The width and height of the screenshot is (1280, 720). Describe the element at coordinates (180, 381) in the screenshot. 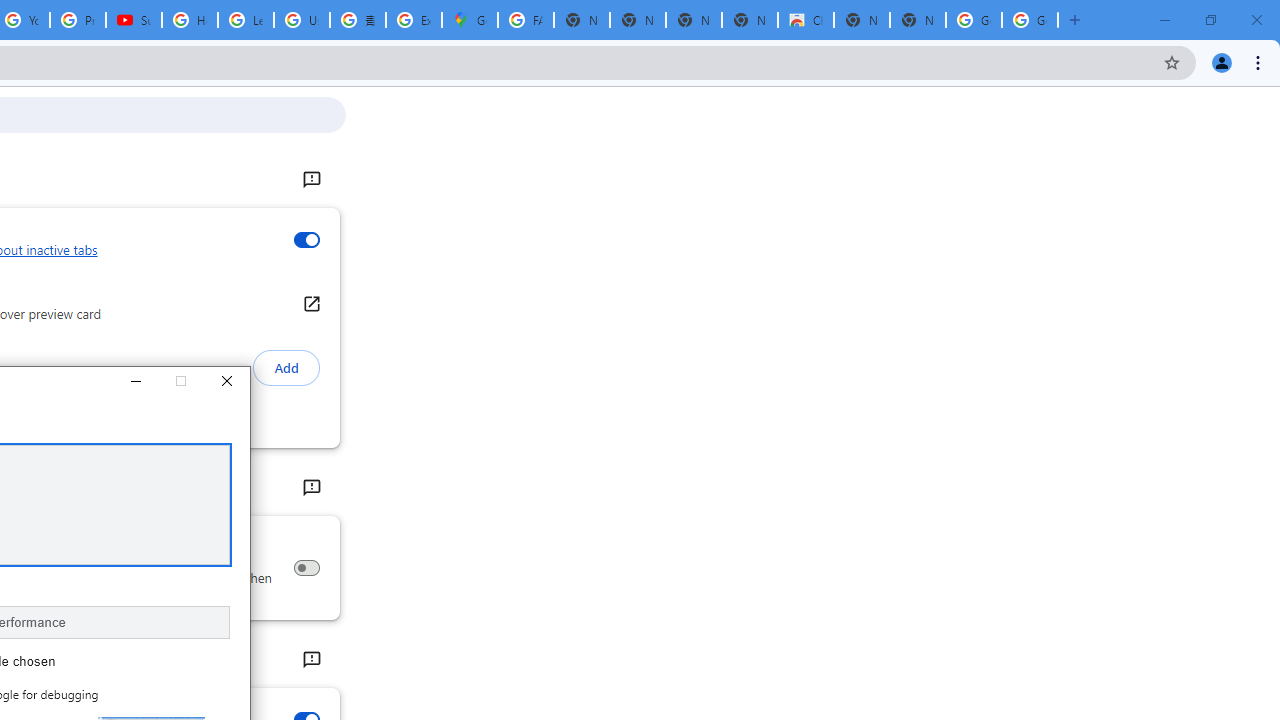

I see `'Maximize'` at that location.